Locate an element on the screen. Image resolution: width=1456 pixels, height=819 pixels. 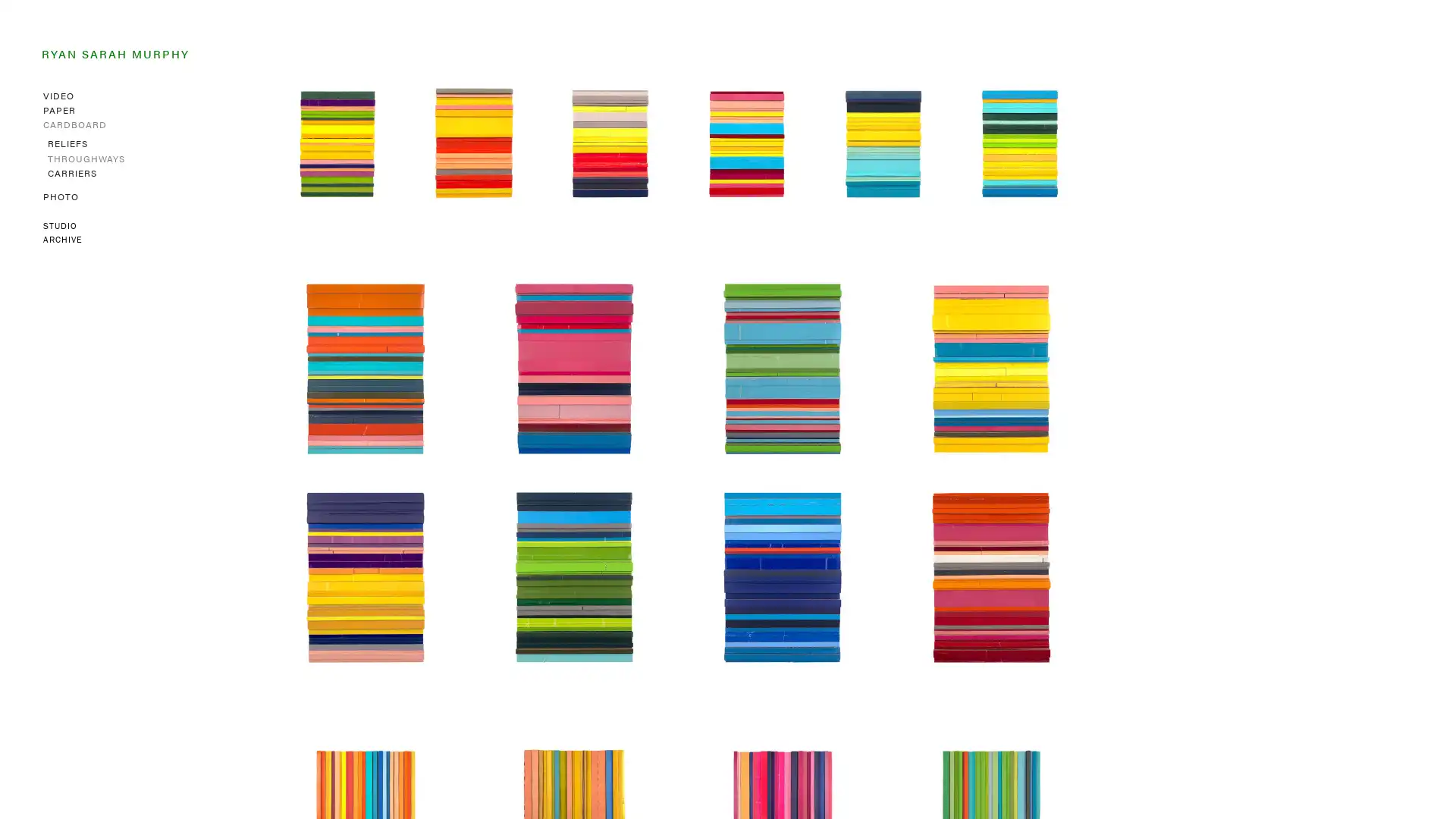
View fullsize Throughway (yellow line) - Riser , 2021 found (unpainted) cardboard 6 x 4 inches INQUIRE is located at coordinates (746, 143).